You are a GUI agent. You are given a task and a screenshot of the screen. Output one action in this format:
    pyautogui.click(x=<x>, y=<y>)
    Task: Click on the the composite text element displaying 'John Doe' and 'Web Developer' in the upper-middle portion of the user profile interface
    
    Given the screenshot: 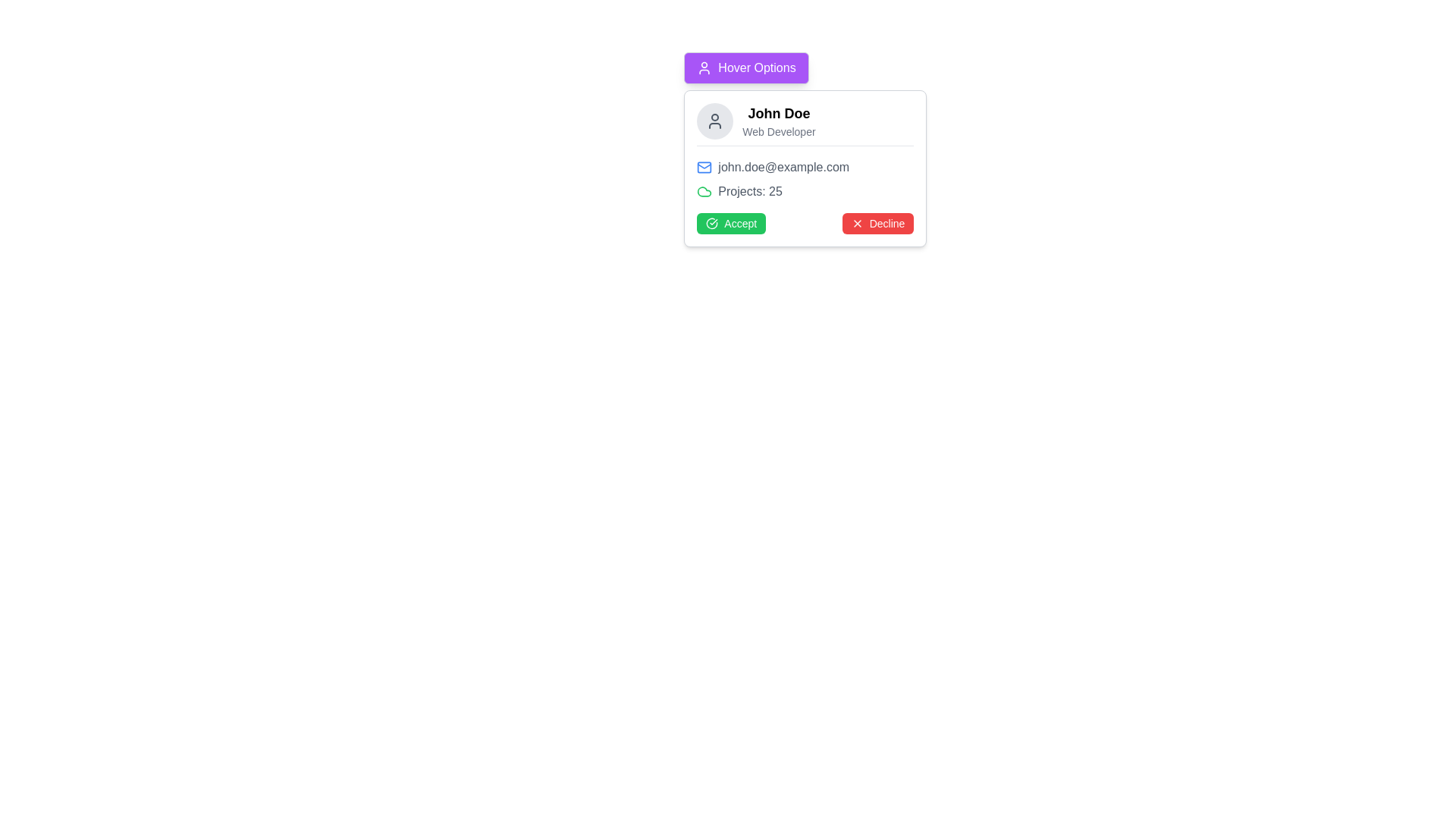 What is the action you would take?
    pyautogui.click(x=779, y=120)
    